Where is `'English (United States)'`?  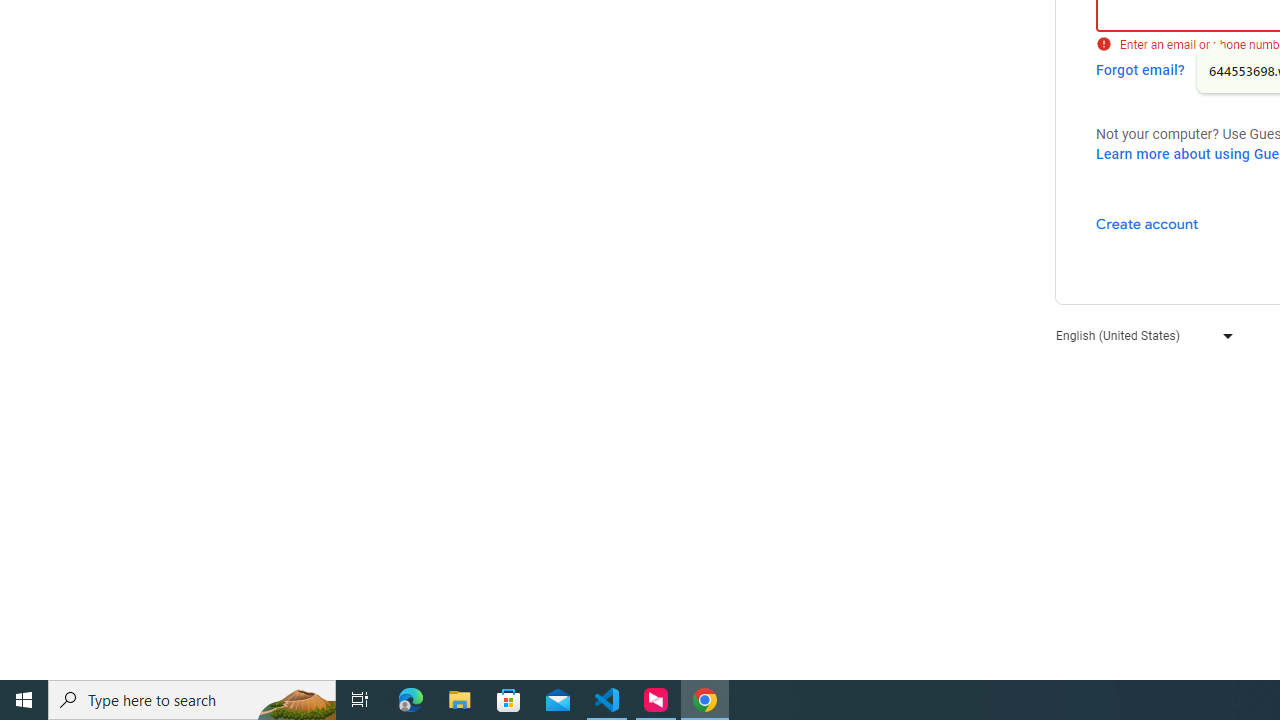
'English (United States)' is located at coordinates (1139, 334).